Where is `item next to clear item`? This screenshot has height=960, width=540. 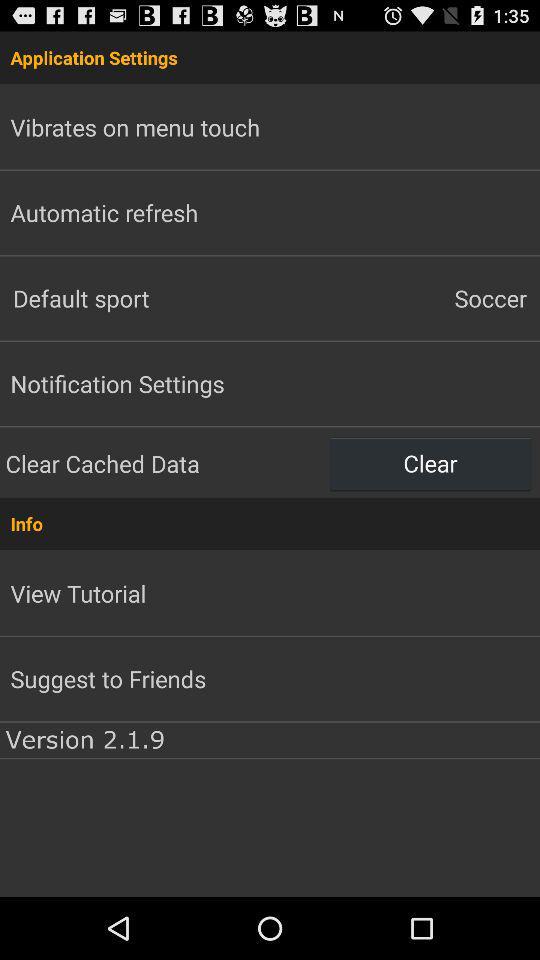
item next to clear item is located at coordinates (164, 463).